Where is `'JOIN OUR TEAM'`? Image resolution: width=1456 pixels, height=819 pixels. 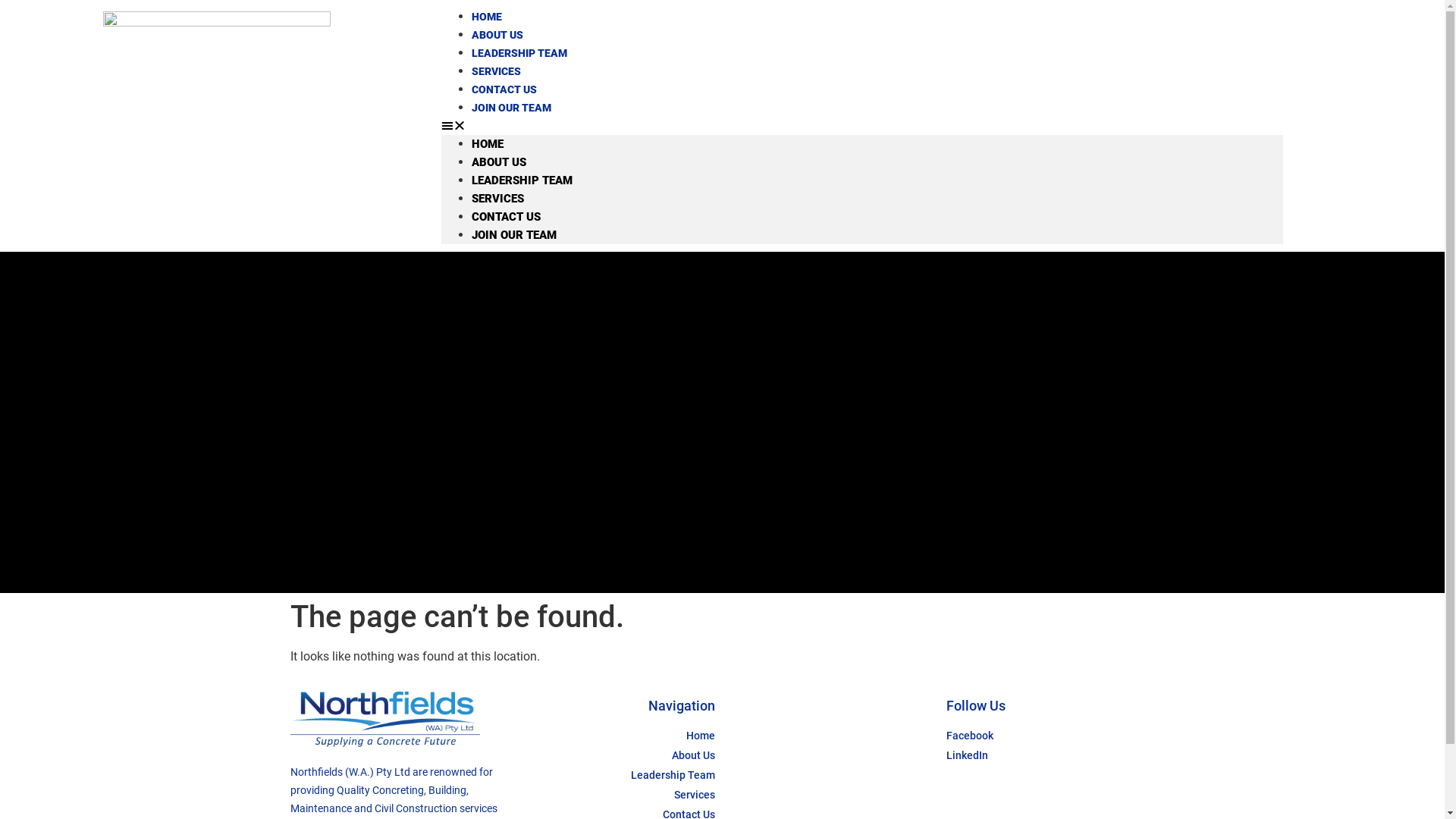
'JOIN OUR TEAM' is located at coordinates (513, 234).